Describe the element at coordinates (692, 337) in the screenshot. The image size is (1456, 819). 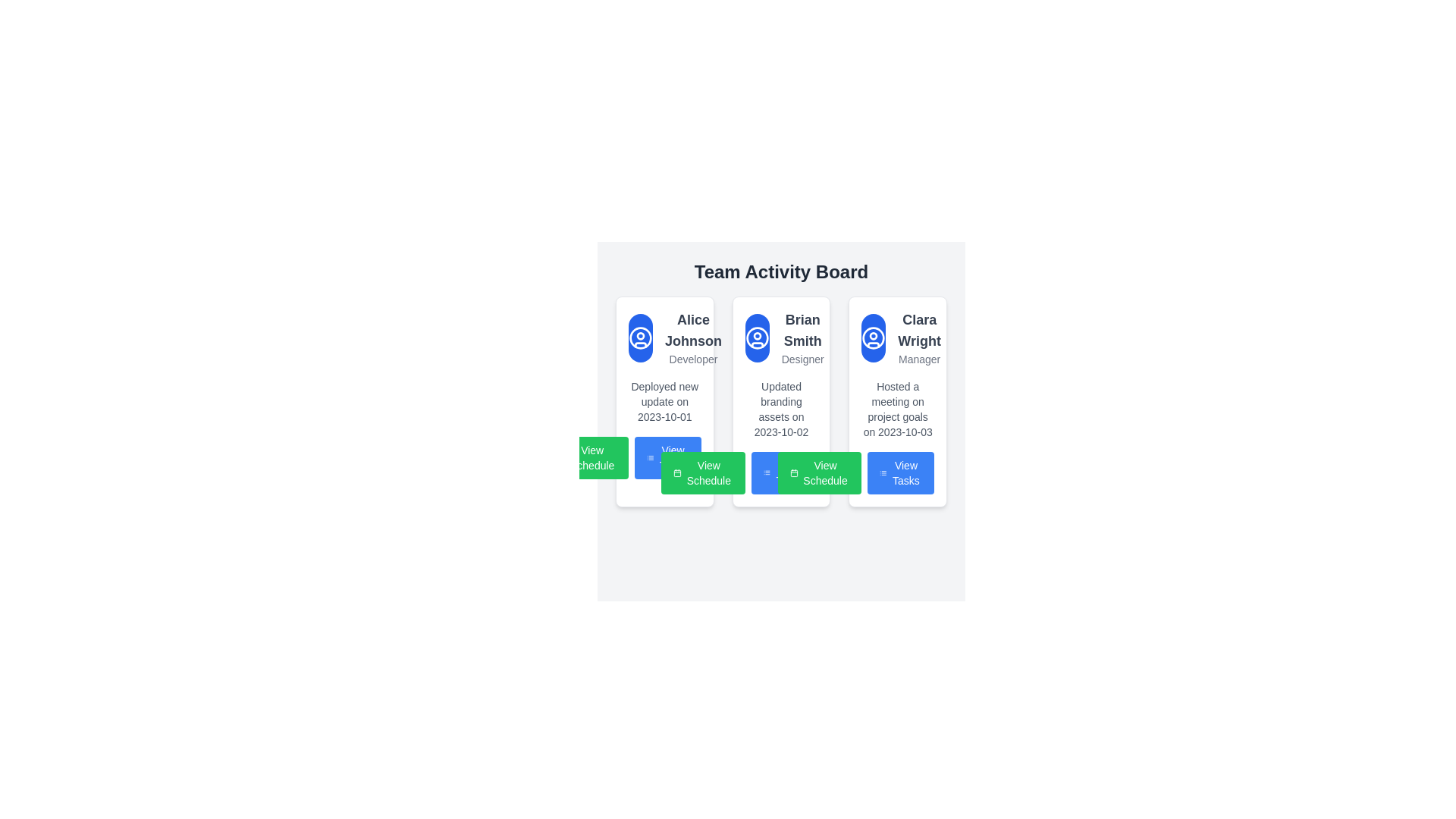
I see `the text block displaying 'Alice Johnson' and 'Developer' located in the first card to the right of the blue circular icon` at that location.